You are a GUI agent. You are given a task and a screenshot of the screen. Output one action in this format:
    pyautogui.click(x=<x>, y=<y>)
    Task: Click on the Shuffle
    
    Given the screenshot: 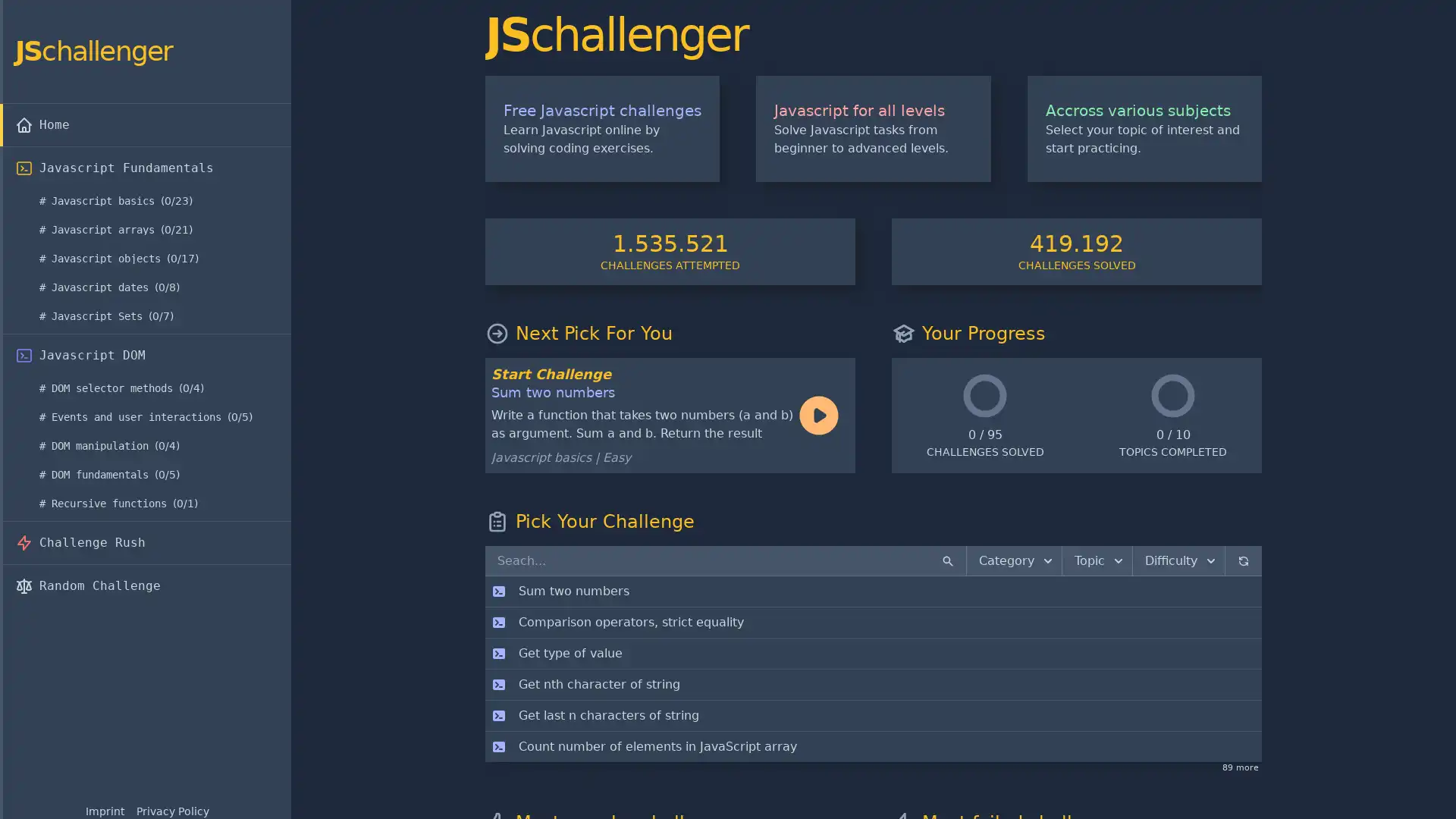 What is the action you would take?
    pyautogui.click(x=1243, y=560)
    